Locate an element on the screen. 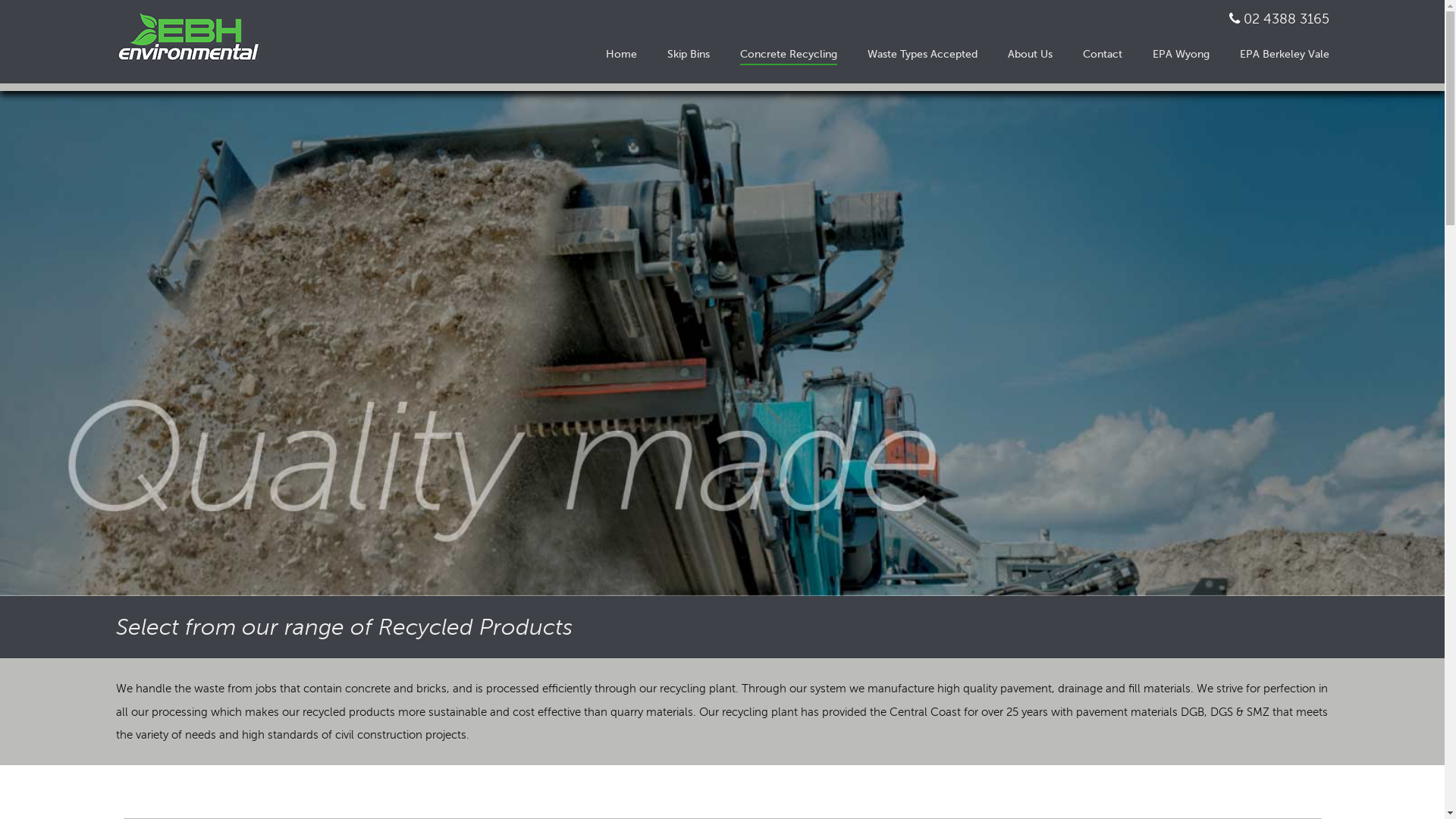 The width and height of the screenshot is (1456, 819). 'EPA Wyong' is located at coordinates (1180, 54).